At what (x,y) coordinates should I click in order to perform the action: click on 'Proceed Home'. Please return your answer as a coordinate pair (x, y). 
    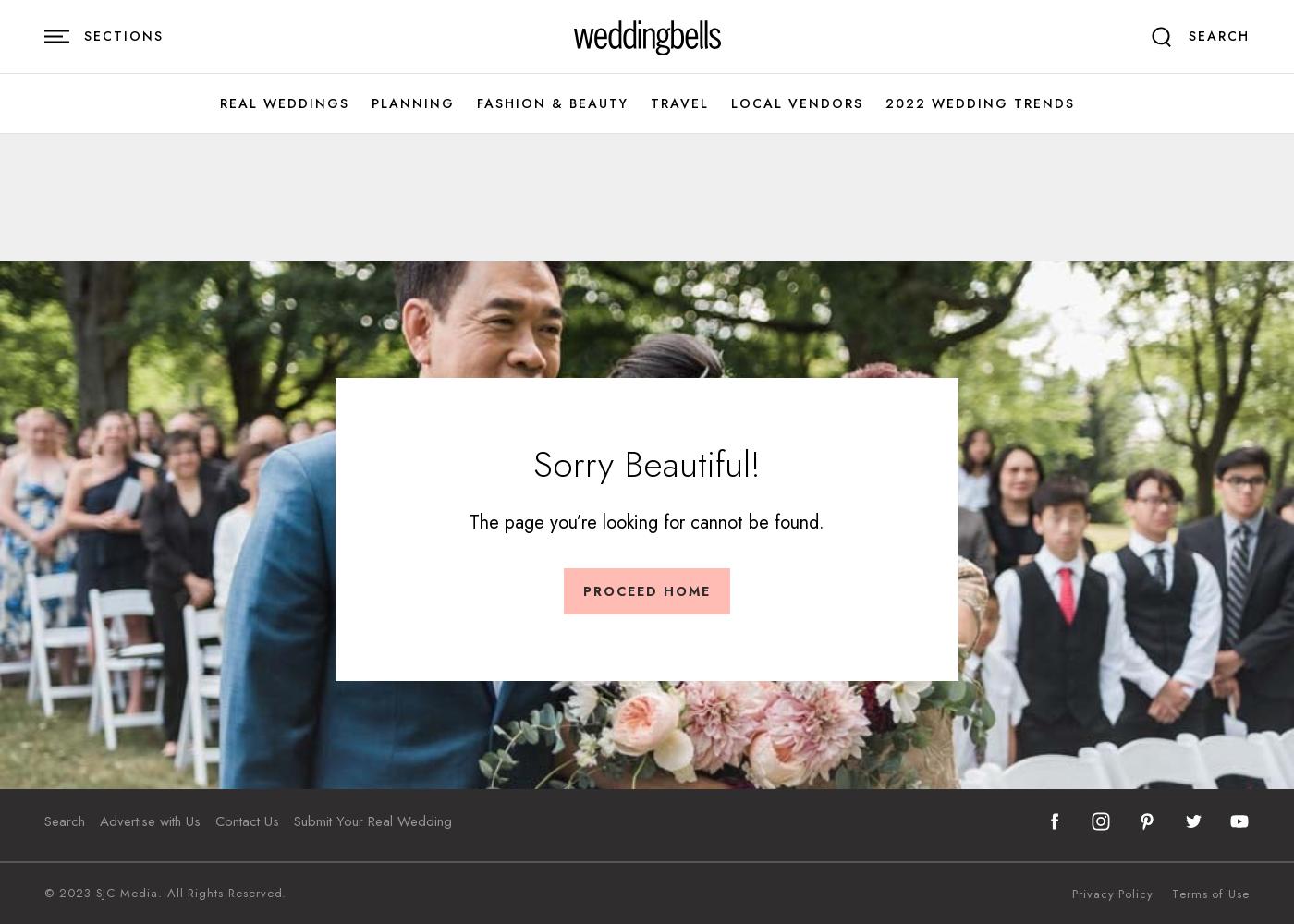
    Looking at the image, I should click on (647, 590).